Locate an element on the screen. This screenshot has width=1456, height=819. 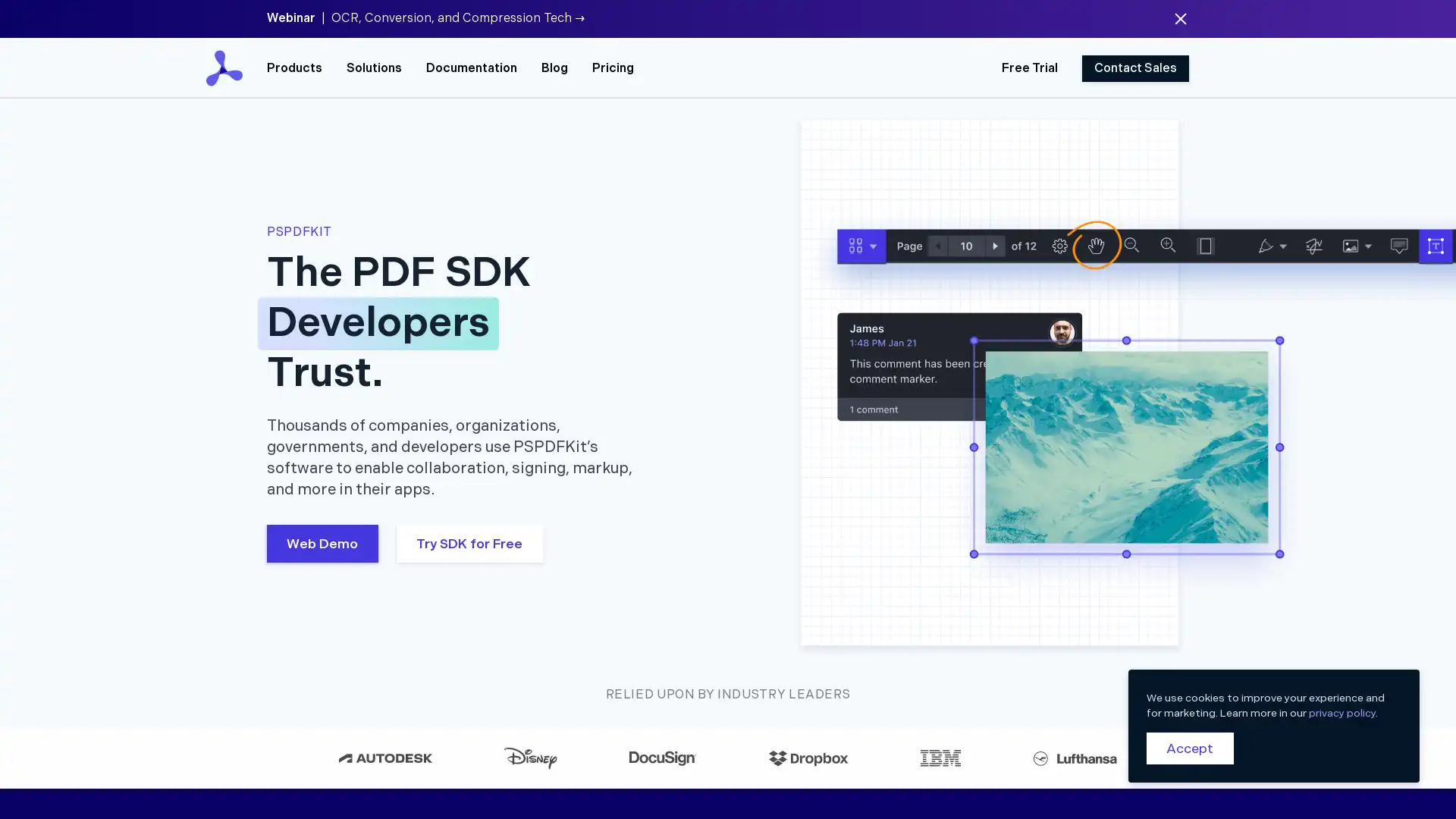
Accept is located at coordinates (1189, 748).